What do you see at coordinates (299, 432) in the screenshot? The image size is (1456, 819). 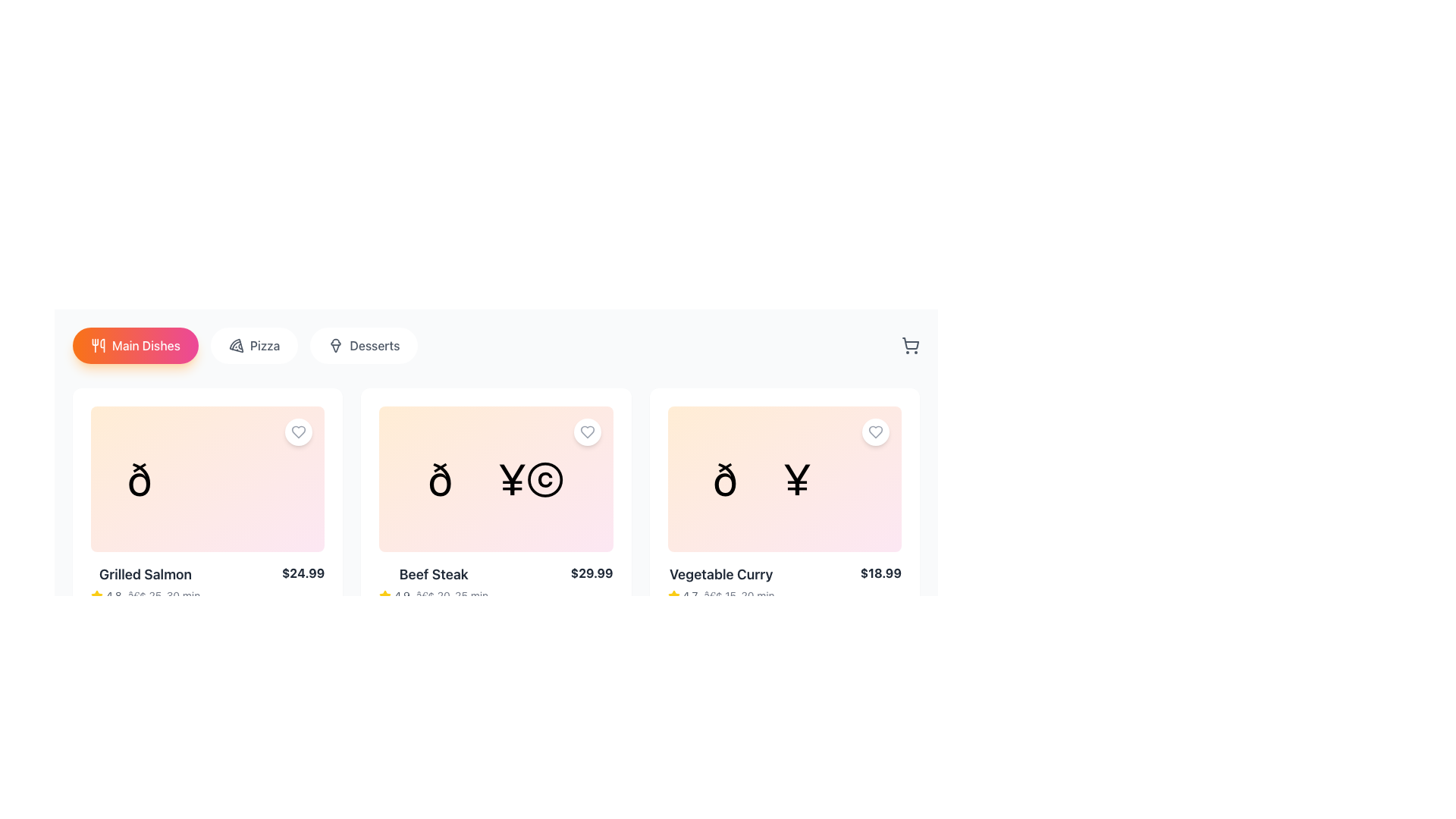 I see `the 'favorite' icon button located within the white circular button at the top-right corner of the 'Grilled Salmon' card` at bounding box center [299, 432].